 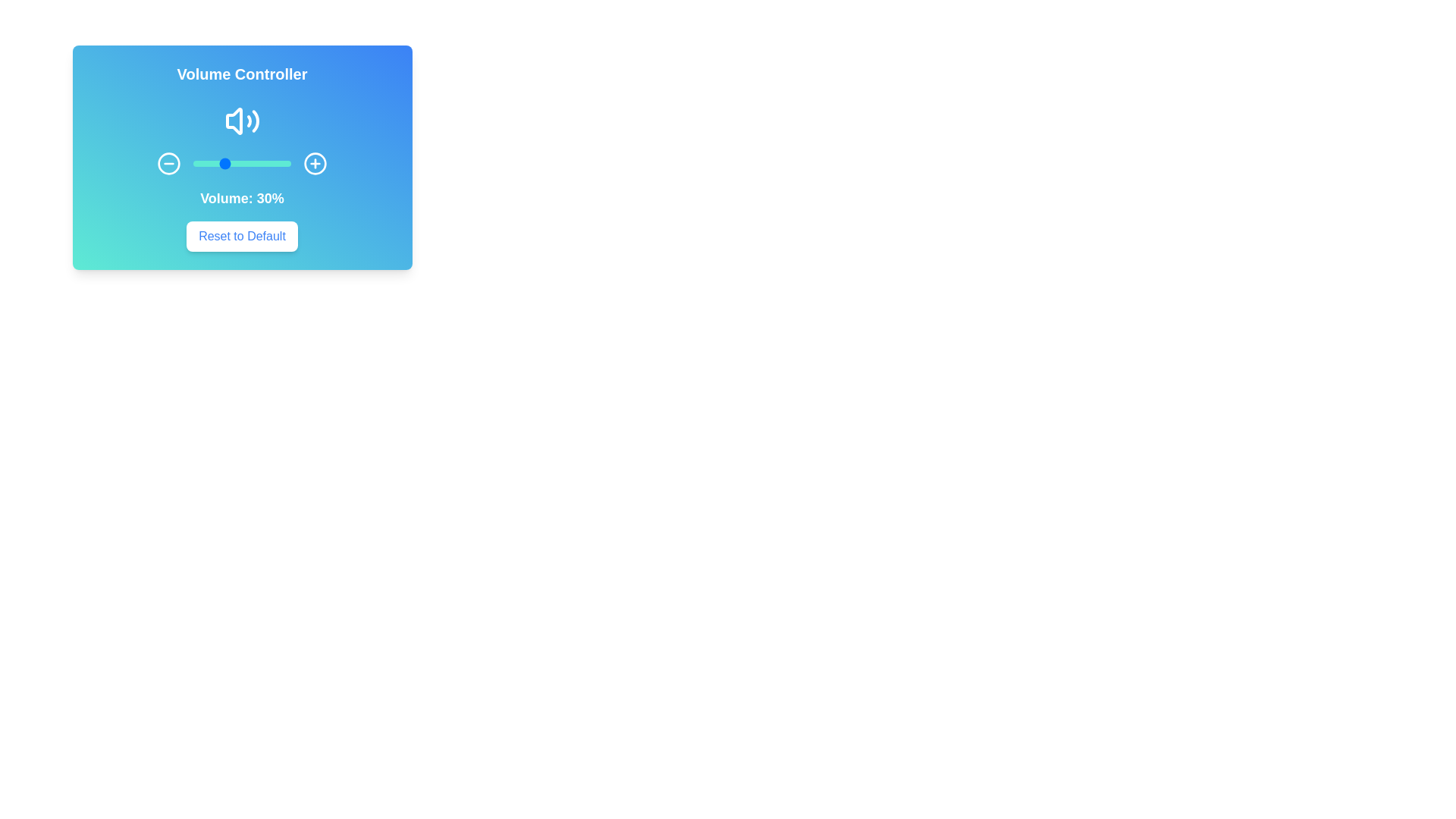 I want to click on the volume slider to 32%, so click(x=224, y=164).